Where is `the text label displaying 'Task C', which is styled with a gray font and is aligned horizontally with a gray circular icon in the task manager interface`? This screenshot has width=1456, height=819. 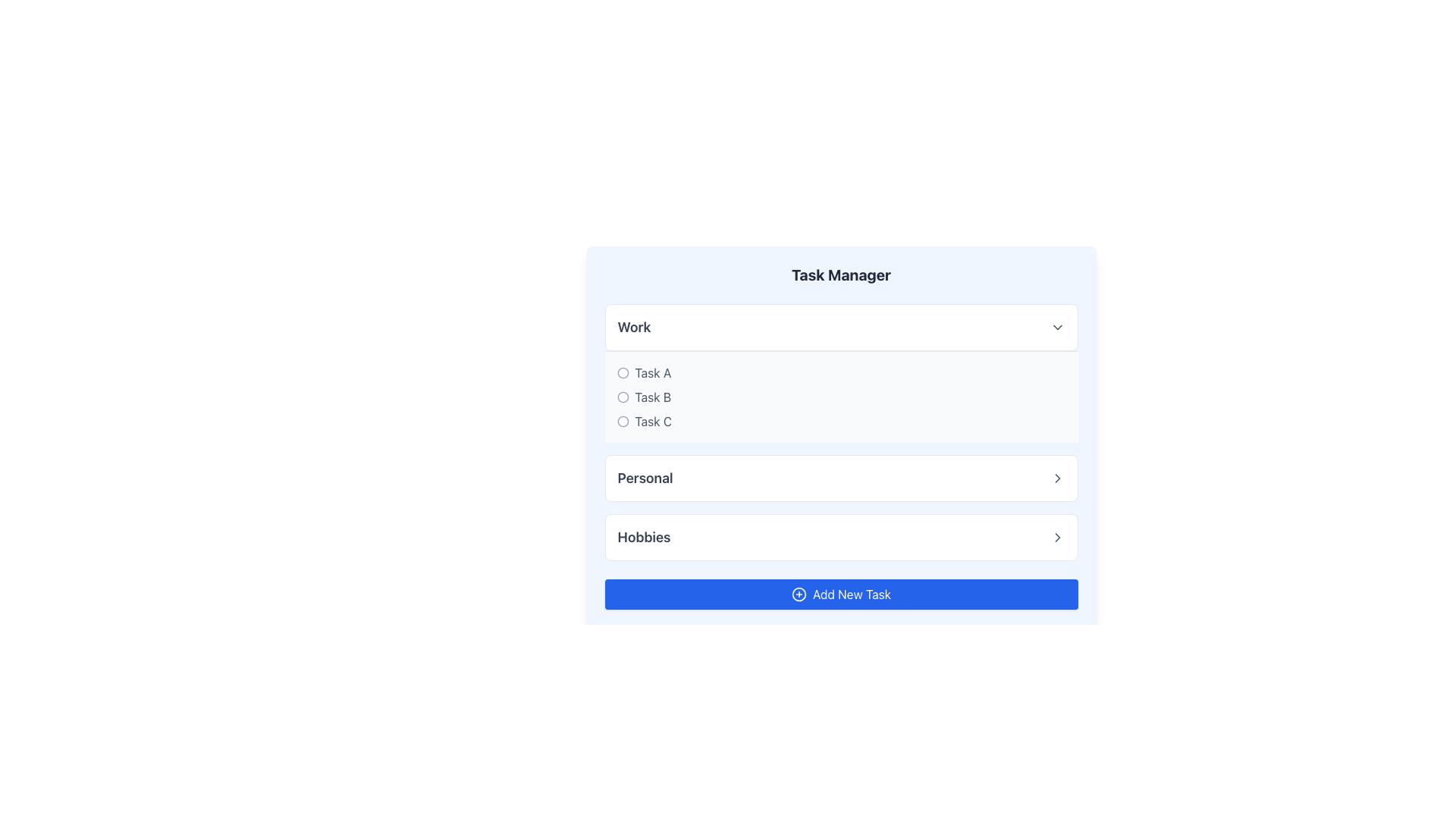 the text label displaying 'Task C', which is styled with a gray font and is aligned horizontally with a gray circular icon in the task manager interface is located at coordinates (653, 421).